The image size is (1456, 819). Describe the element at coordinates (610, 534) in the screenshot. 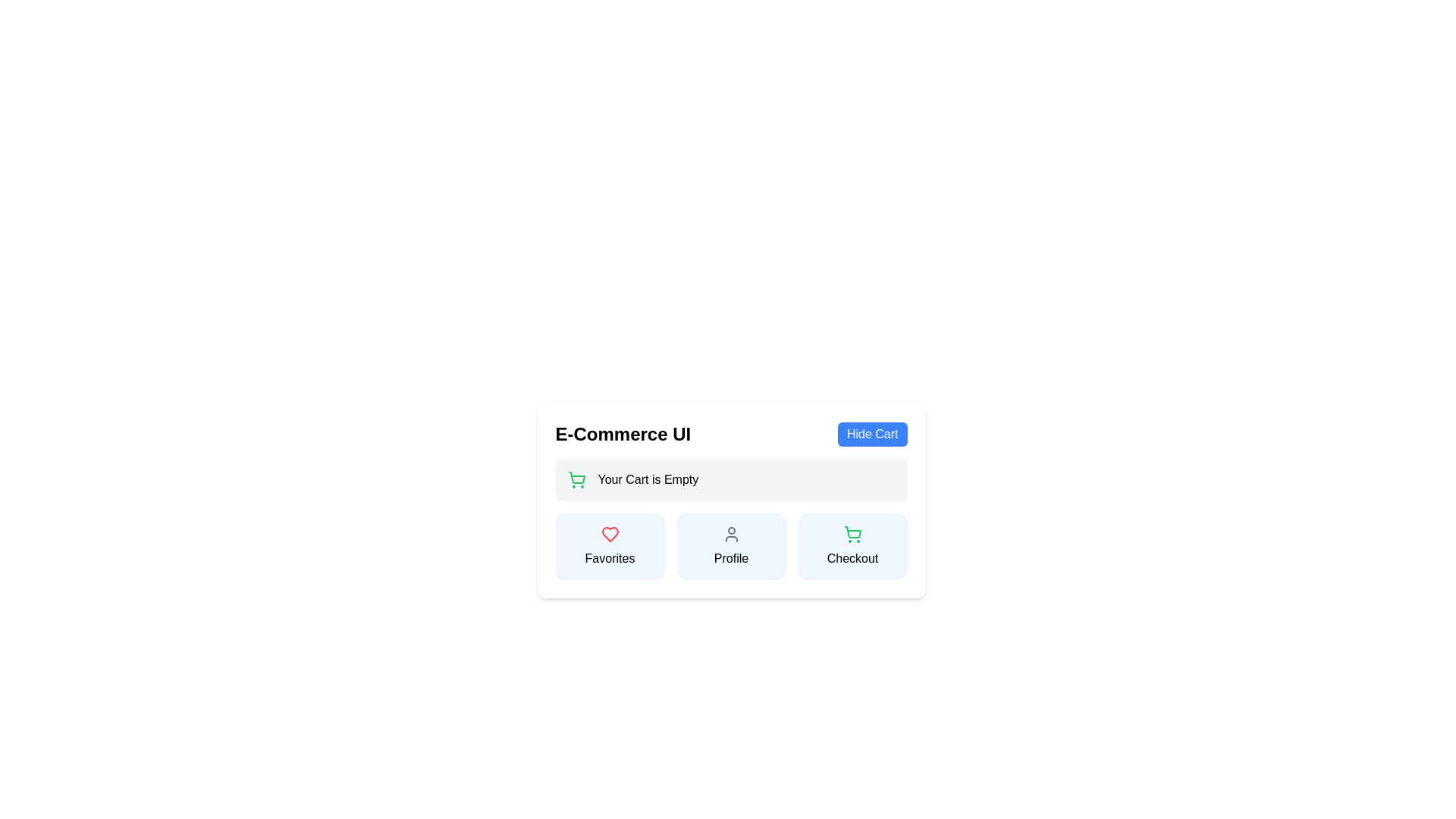

I see `visual content of the heart icon representing the 'Favorites' functionality, which is the first button in the bottom-left corner of the interface's bottom row` at that location.